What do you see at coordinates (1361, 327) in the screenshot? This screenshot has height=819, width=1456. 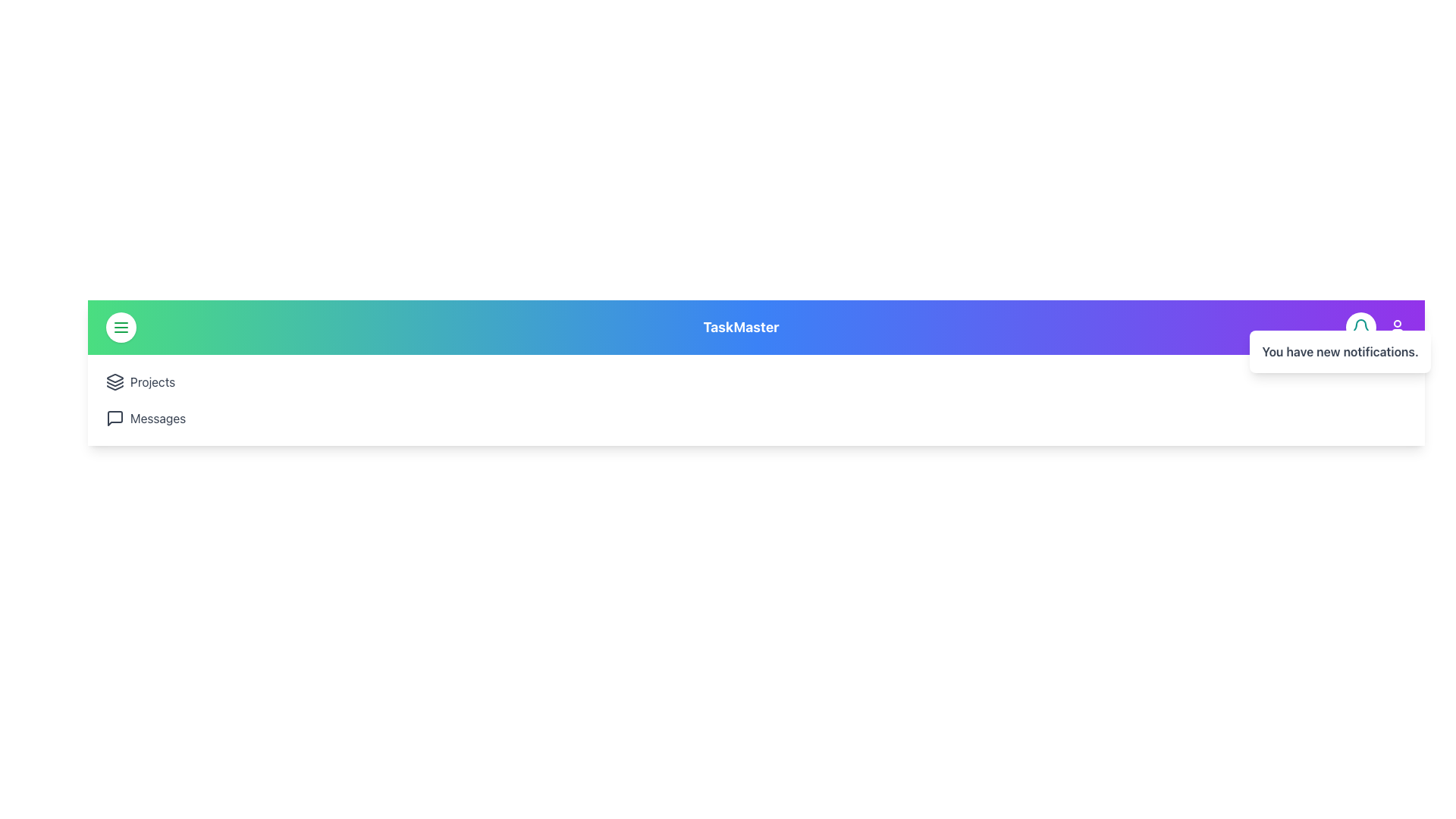 I see `the notification alert icon located at the center of a rounded button in the top-right corner of the interface` at bounding box center [1361, 327].